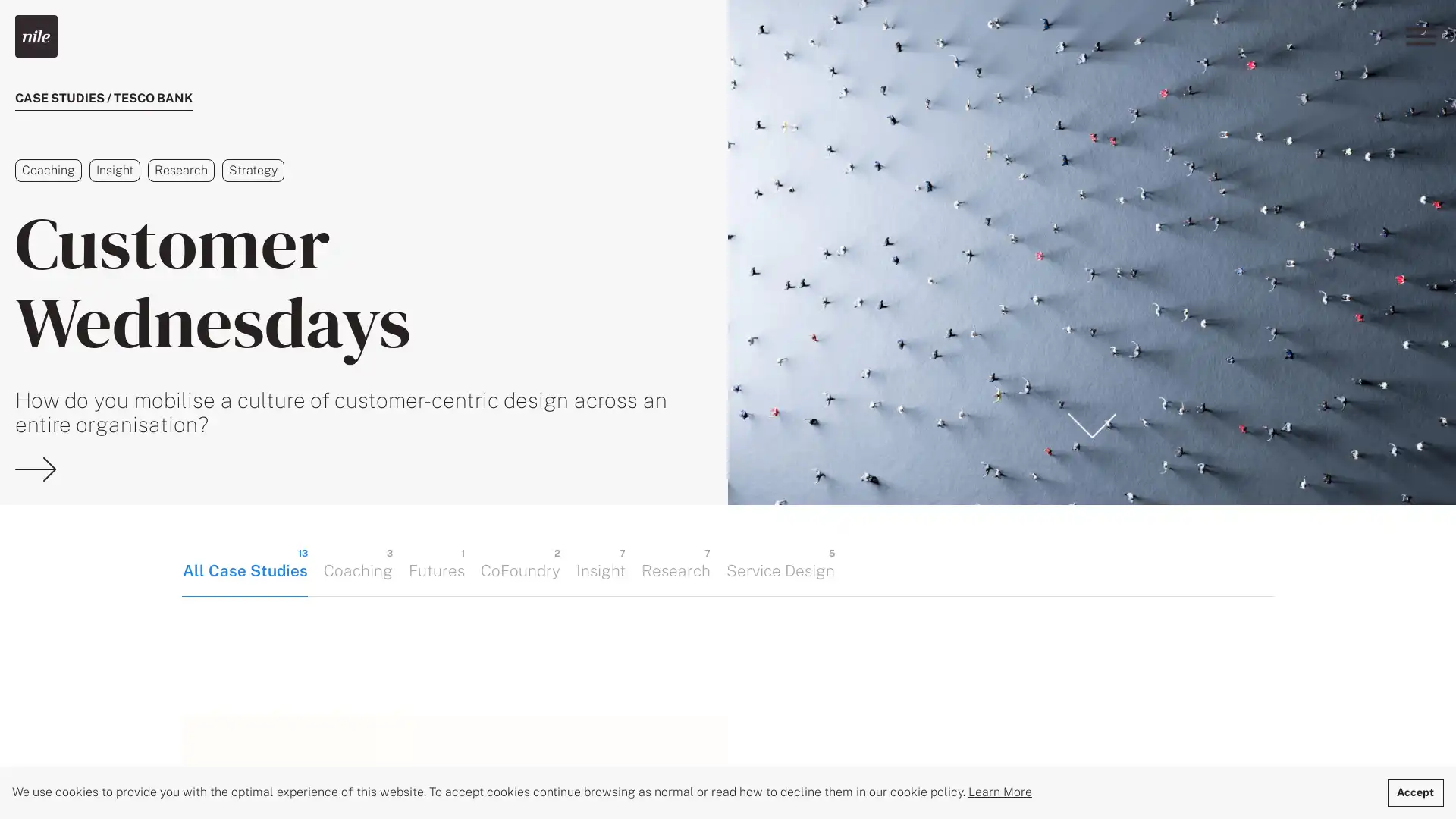 This screenshot has height=819, width=1456. What do you see at coordinates (1420, 35) in the screenshot?
I see `Menu` at bounding box center [1420, 35].